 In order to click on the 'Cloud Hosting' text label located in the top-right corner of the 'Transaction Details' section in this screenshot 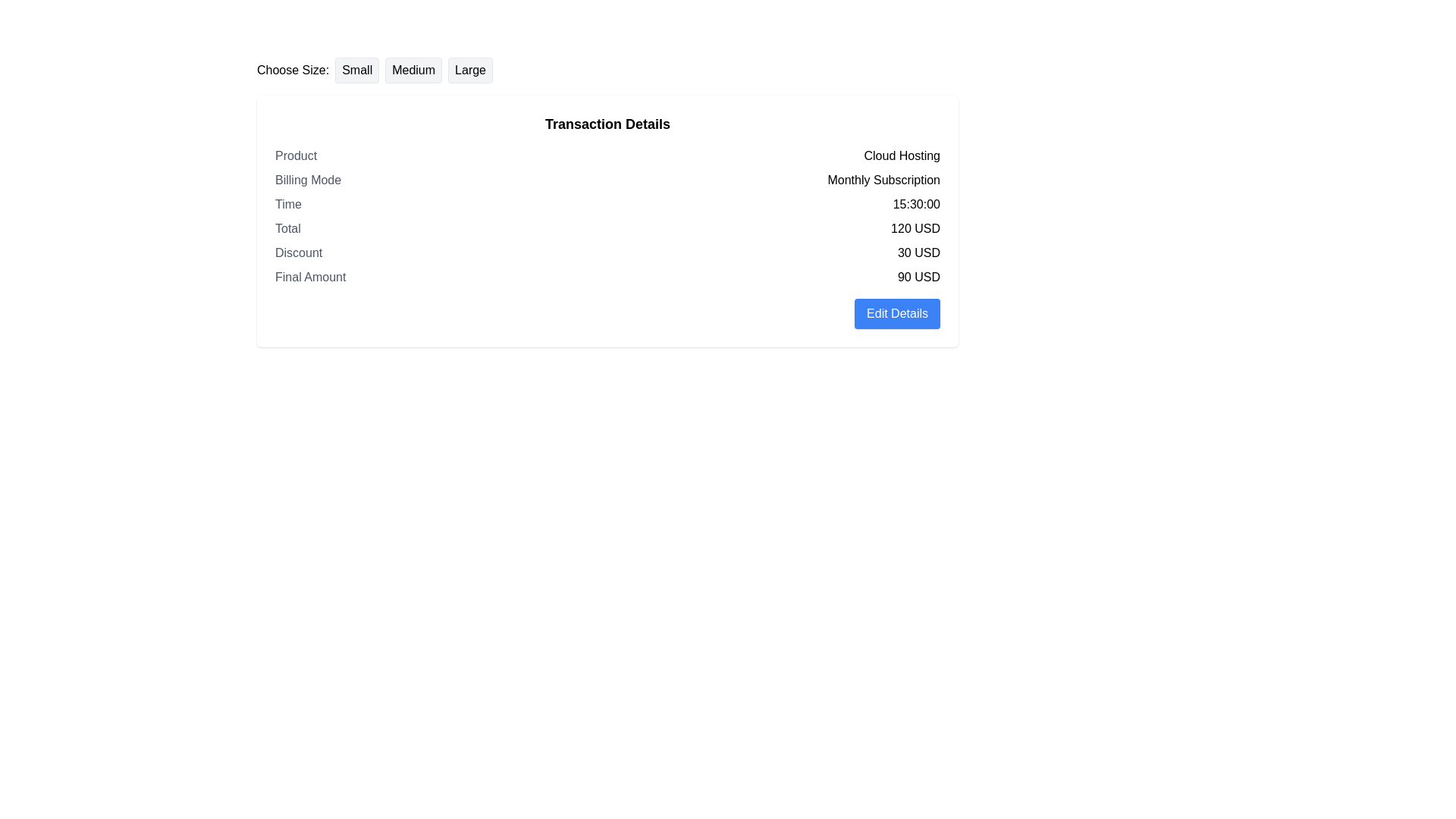, I will do `click(902, 155)`.